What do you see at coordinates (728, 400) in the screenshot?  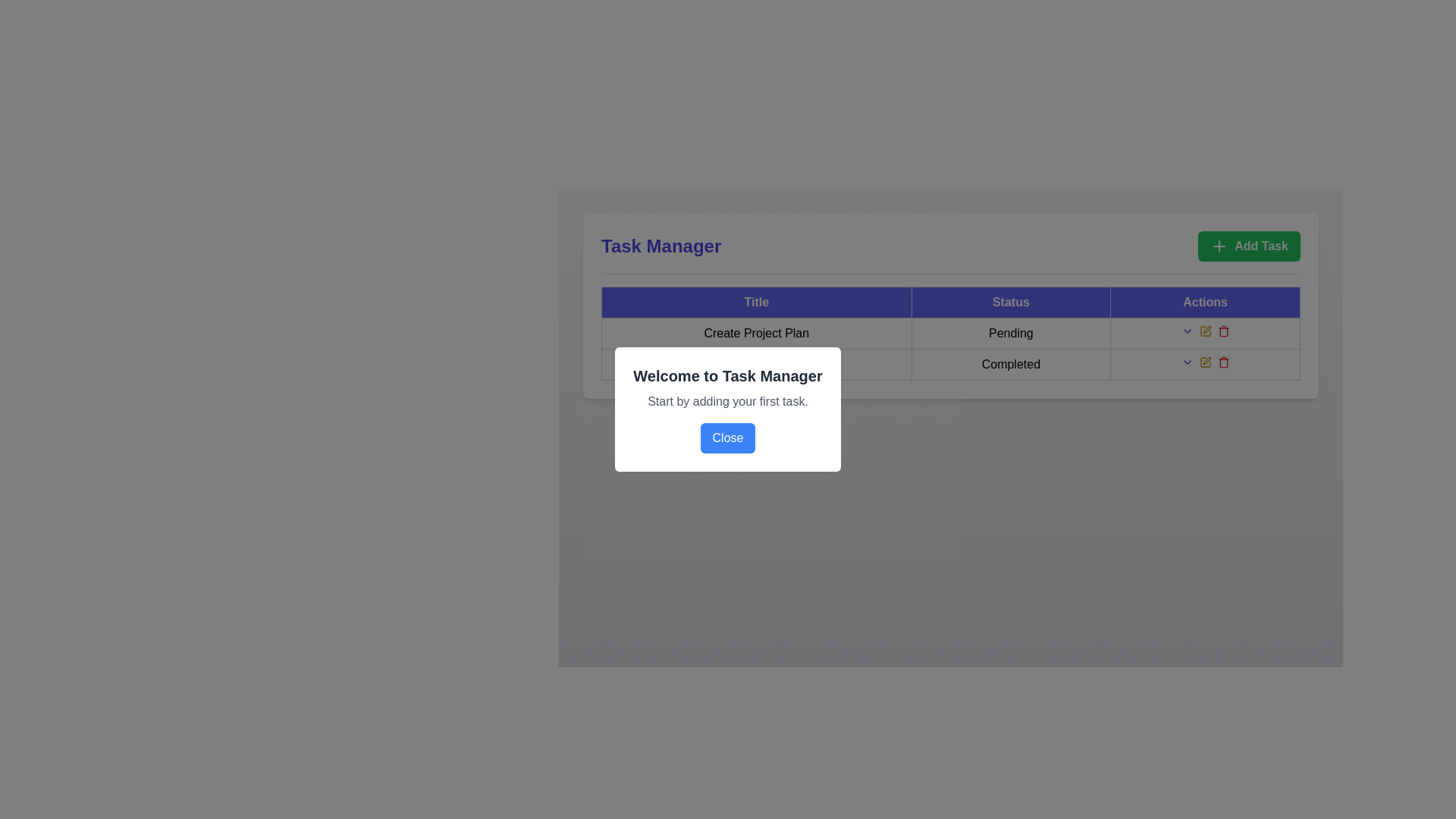 I see `the static text label that provides guidance for adding the first task in the Task Manager, located below the title 'Welcome to Task Manager' and above the 'Close' button` at bounding box center [728, 400].